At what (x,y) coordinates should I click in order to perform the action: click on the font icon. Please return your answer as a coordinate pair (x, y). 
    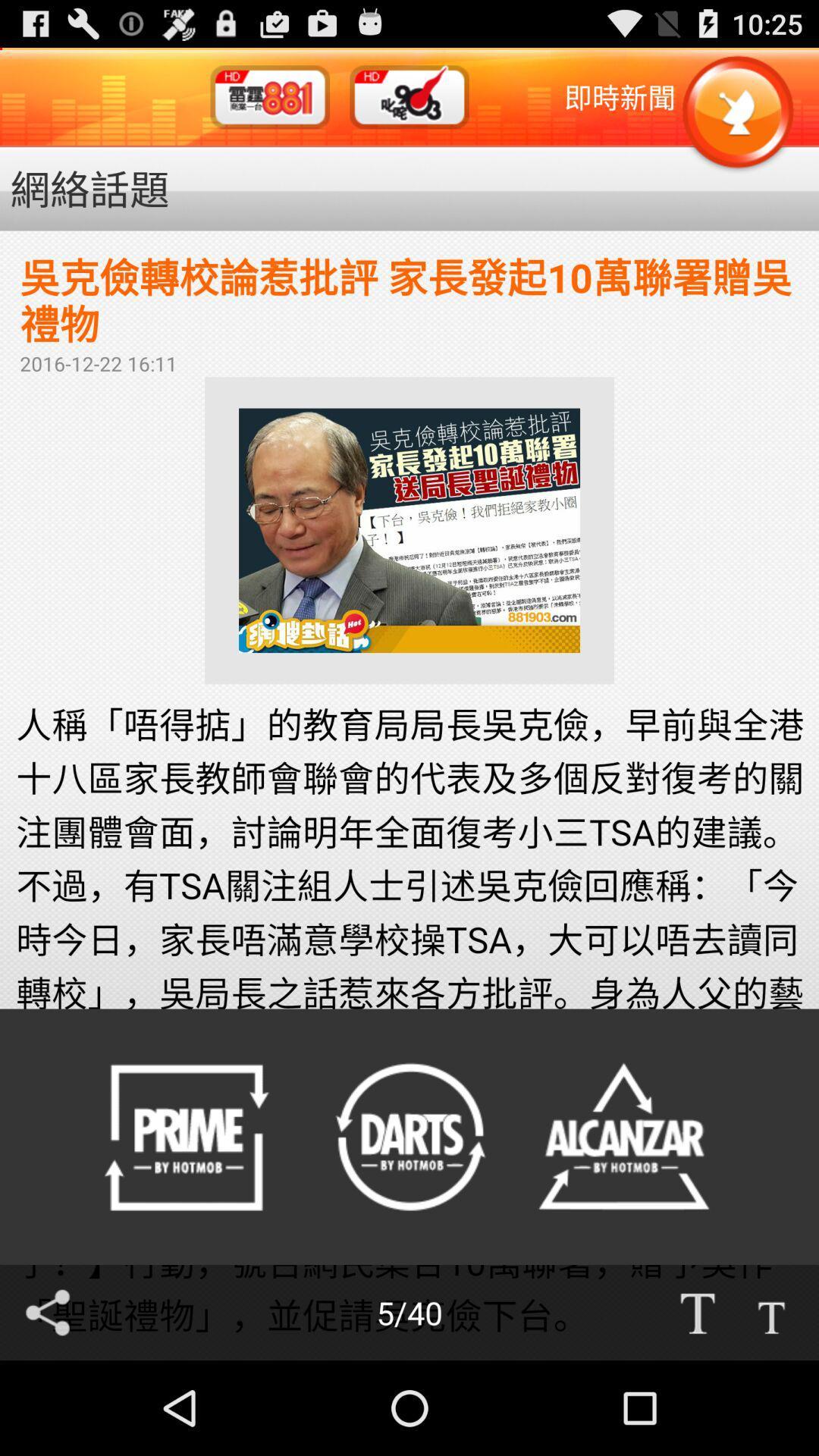
    Looking at the image, I should click on (697, 1404).